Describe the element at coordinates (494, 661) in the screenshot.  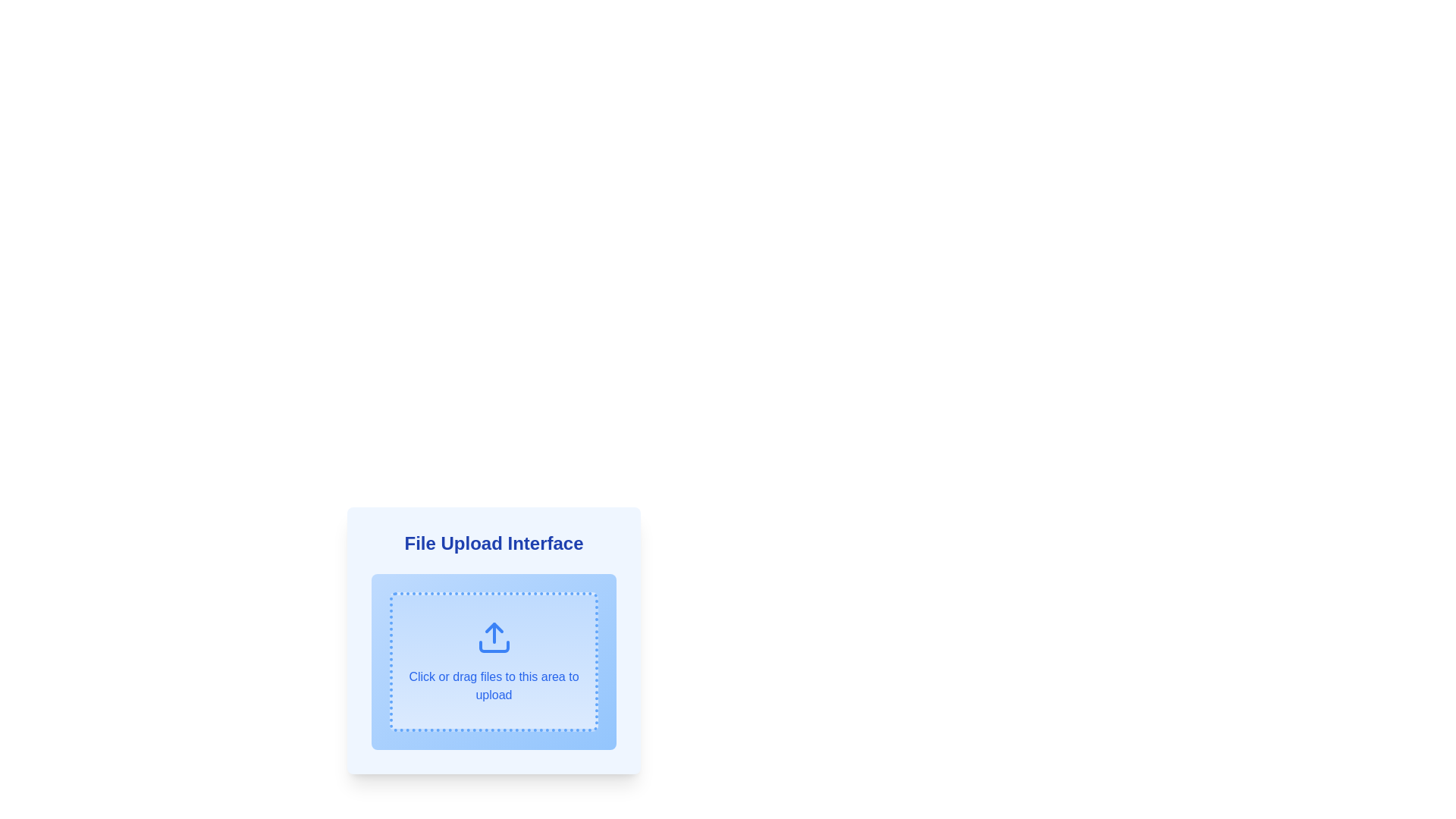
I see `a file into the interactive file upload area that has a gradient background and a dotted blue border, located centrally below the header 'File Upload Interface.'` at that location.